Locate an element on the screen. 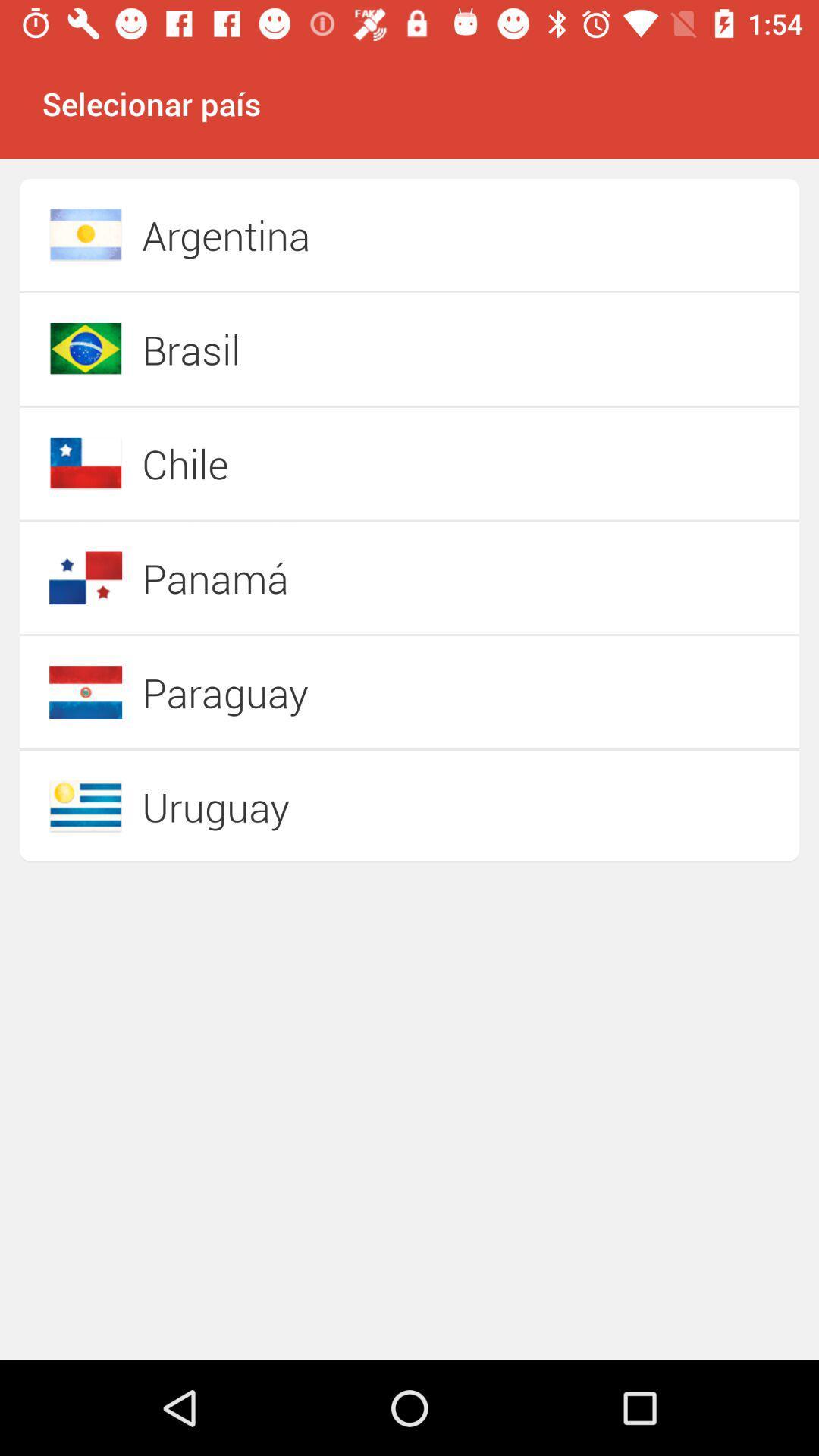  the argentina item is located at coordinates (356, 234).